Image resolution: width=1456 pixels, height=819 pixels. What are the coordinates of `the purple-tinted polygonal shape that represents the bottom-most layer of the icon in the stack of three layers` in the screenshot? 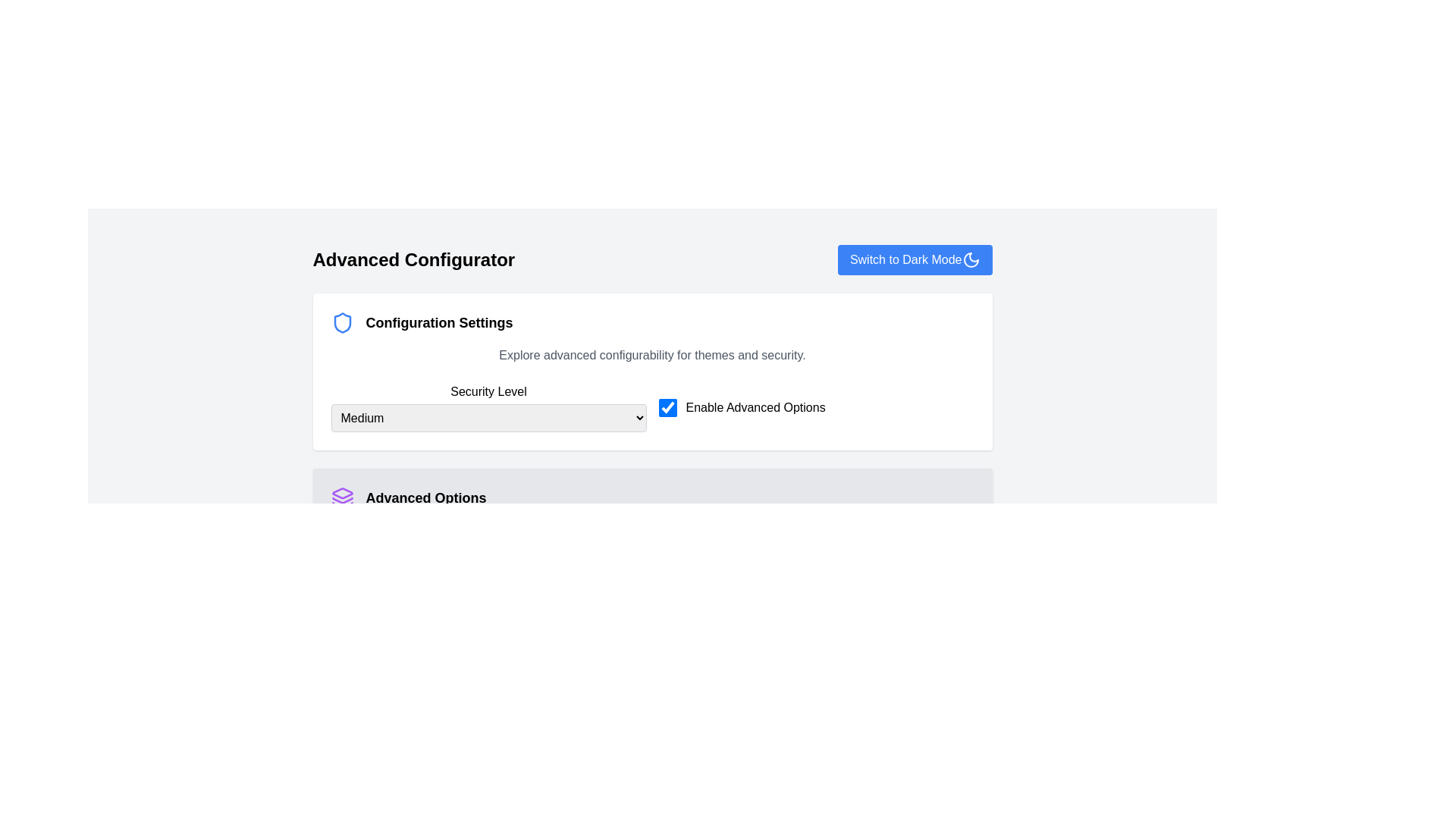 It's located at (341, 505).